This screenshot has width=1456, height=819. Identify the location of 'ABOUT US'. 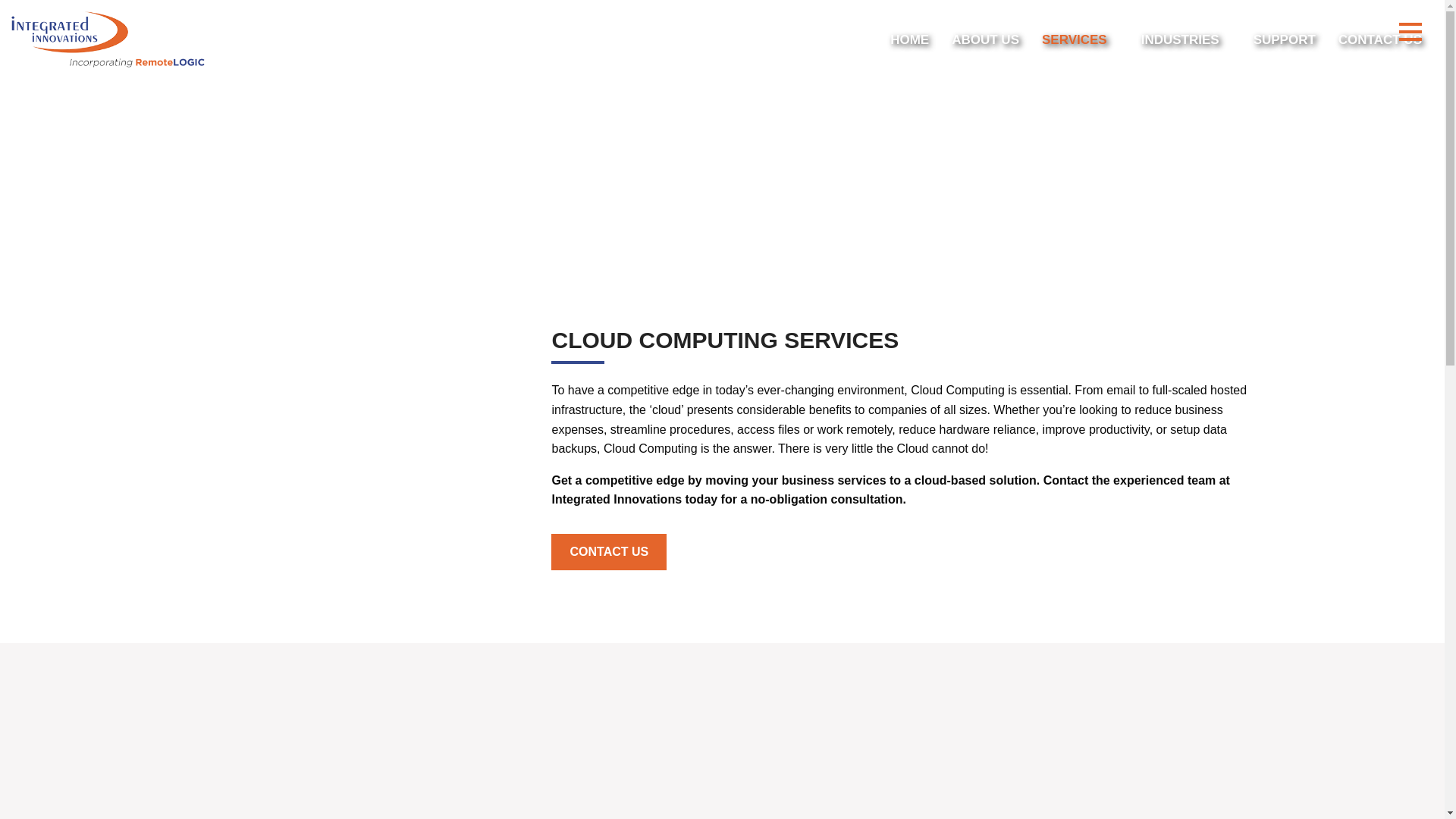
(985, 38).